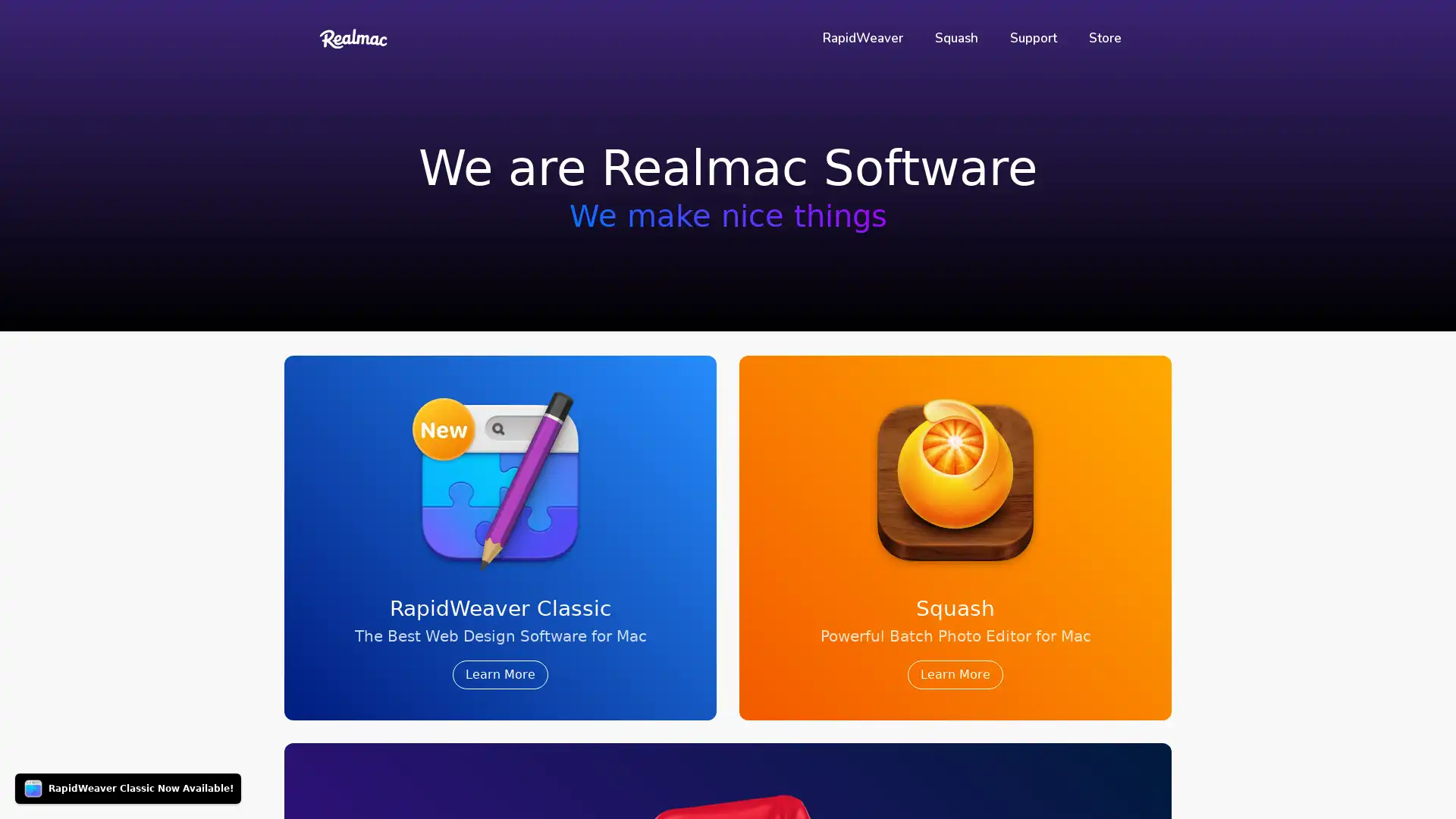 The image size is (1456, 819). Describe the element at coordinates (500, 674) in the screenshot. I see `Learn More` at that location.